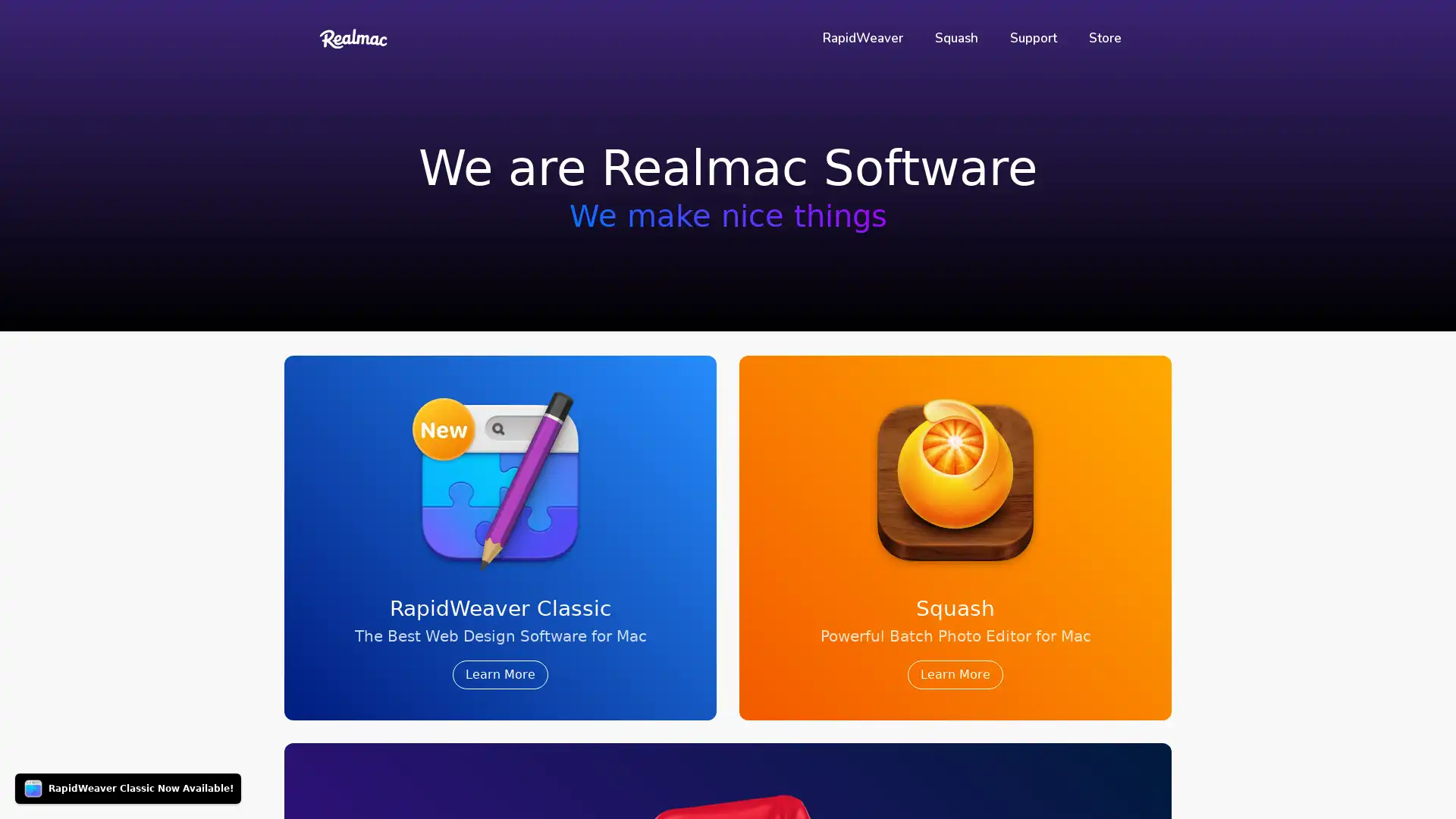 The image size is (1456, 819). Describe the element at coordinates (500, 674) in the screenshot. I see `Learn More` at that location.